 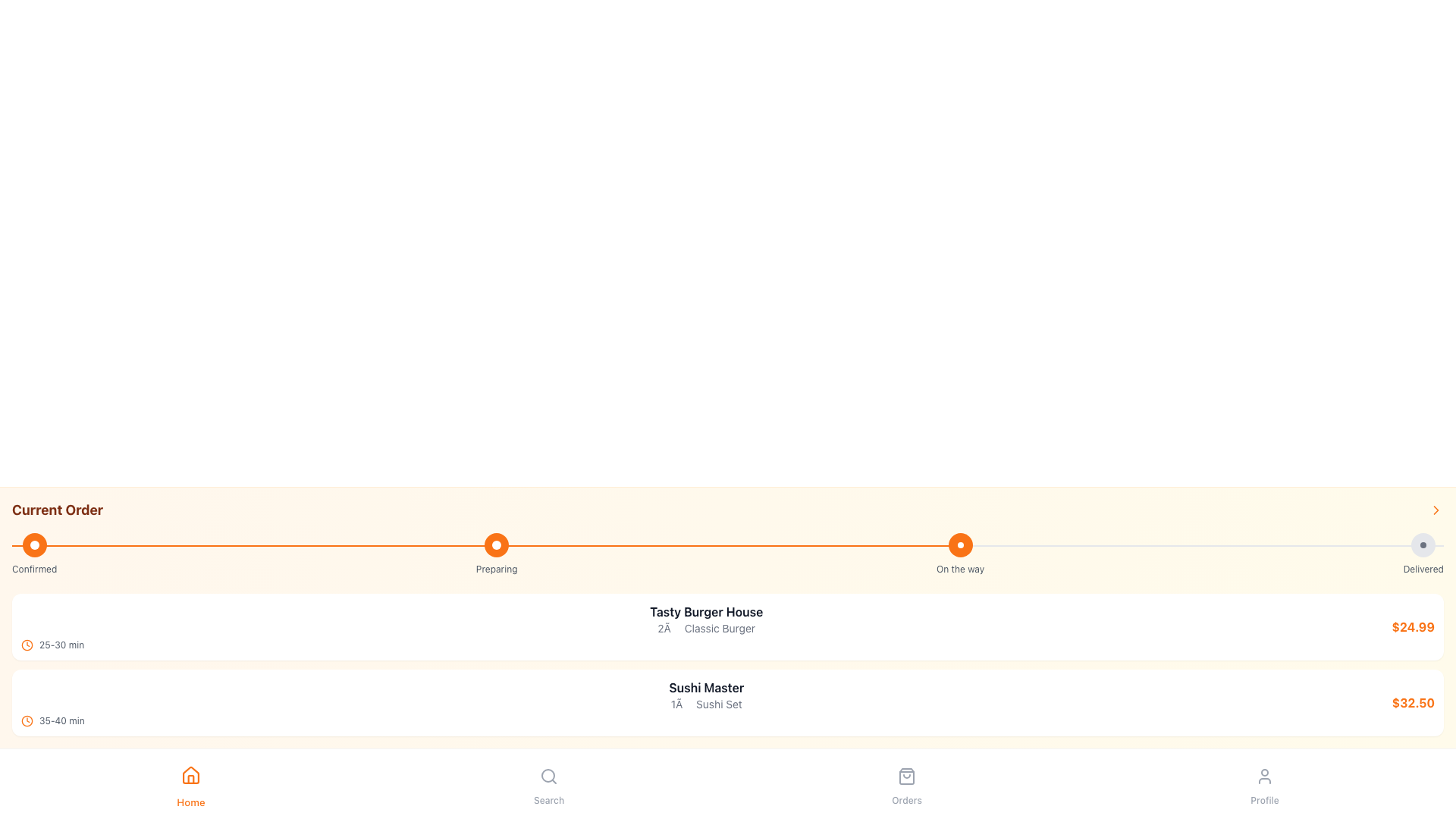 What do you see at coordinates (959, 544) in the screenshot?
I see `properties of the visual indicator representing the 'On the way' status in the progress bar, which is the second element from the left above the text 'On the way'` at bounding box center [959, 544].